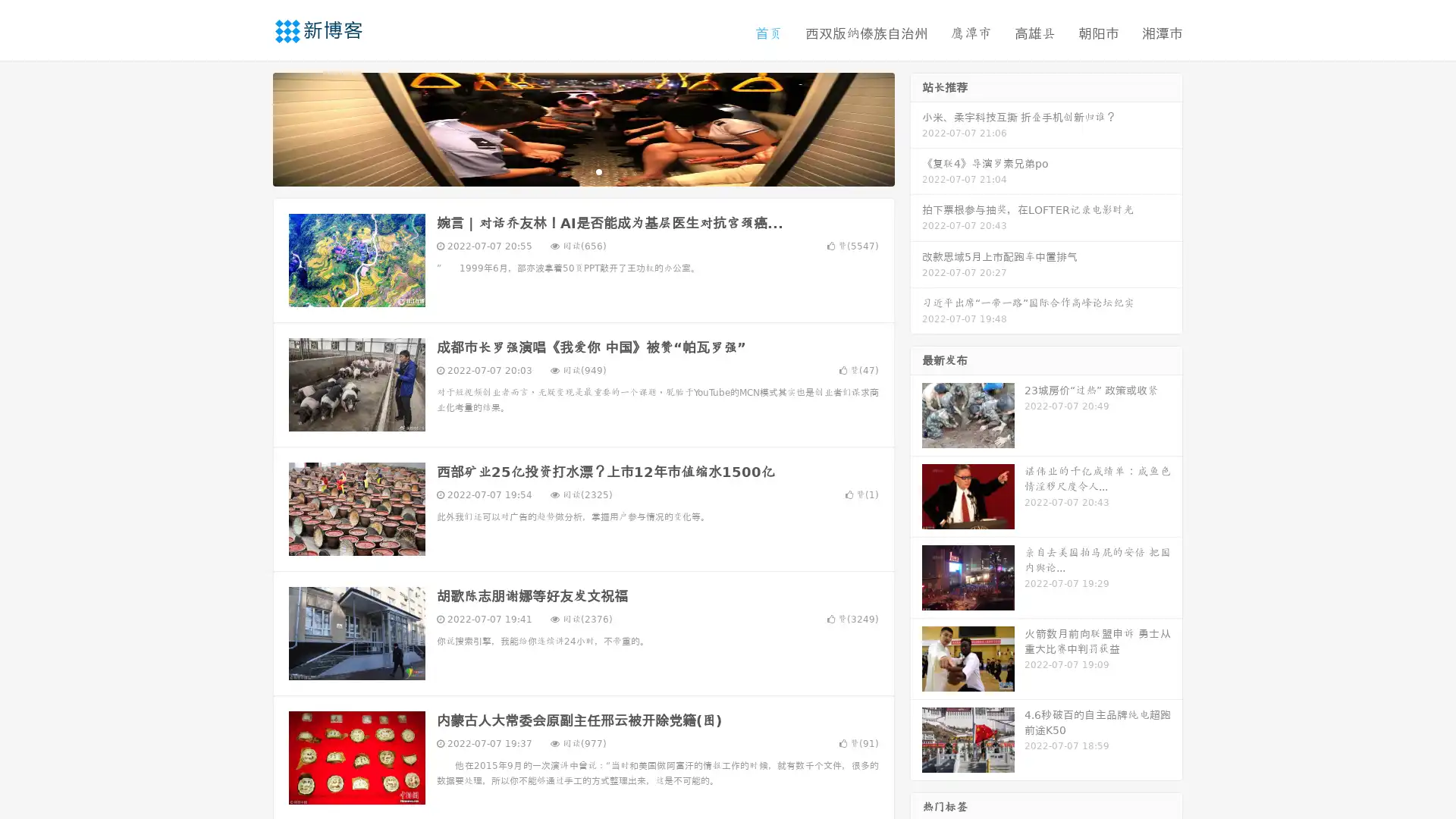 The image size is (1456, 819). I want to click on Go to slide 2, so click(582, 171).